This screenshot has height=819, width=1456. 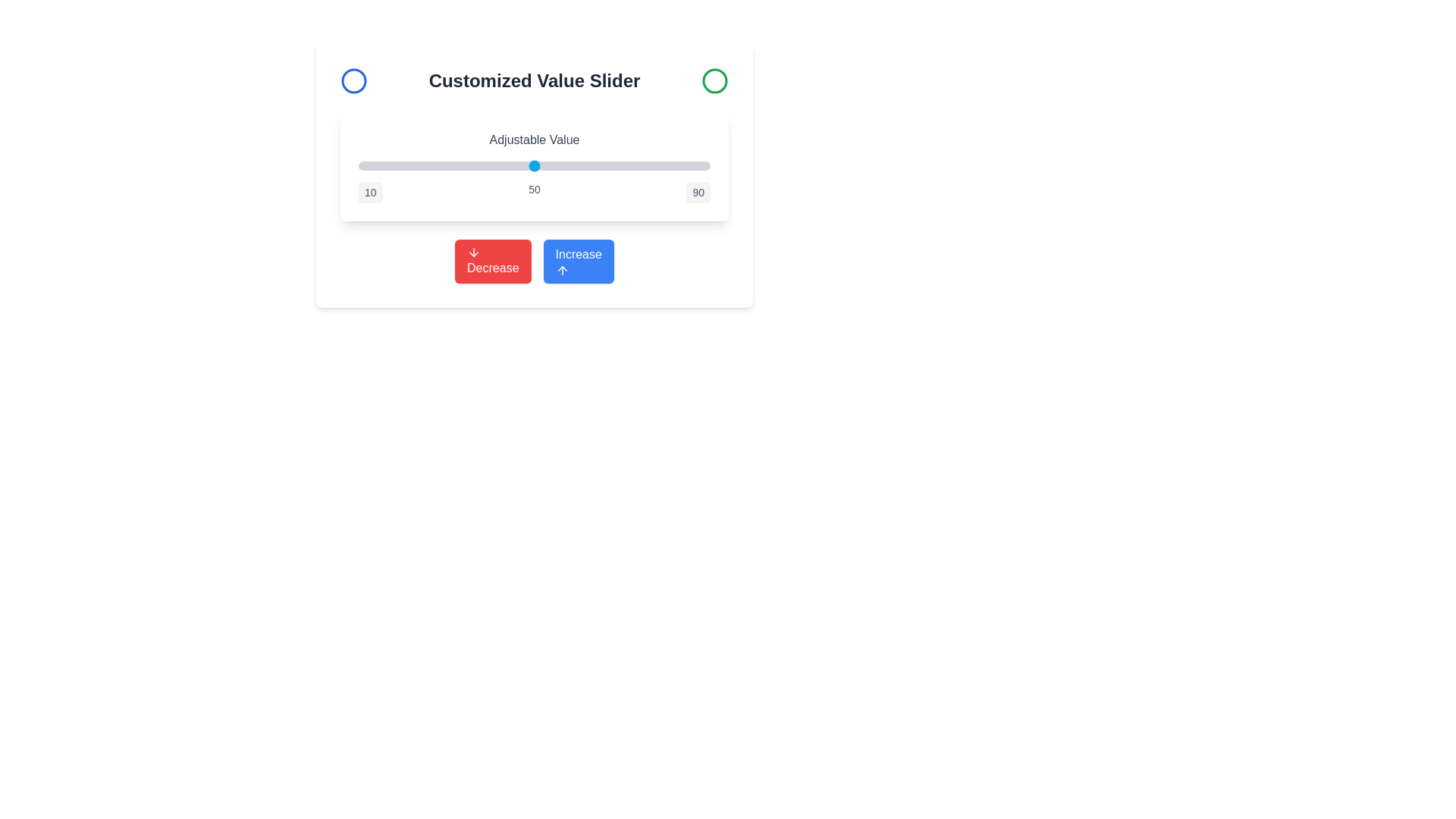 I want to click on adjustable value, so click(x=362, y=166).